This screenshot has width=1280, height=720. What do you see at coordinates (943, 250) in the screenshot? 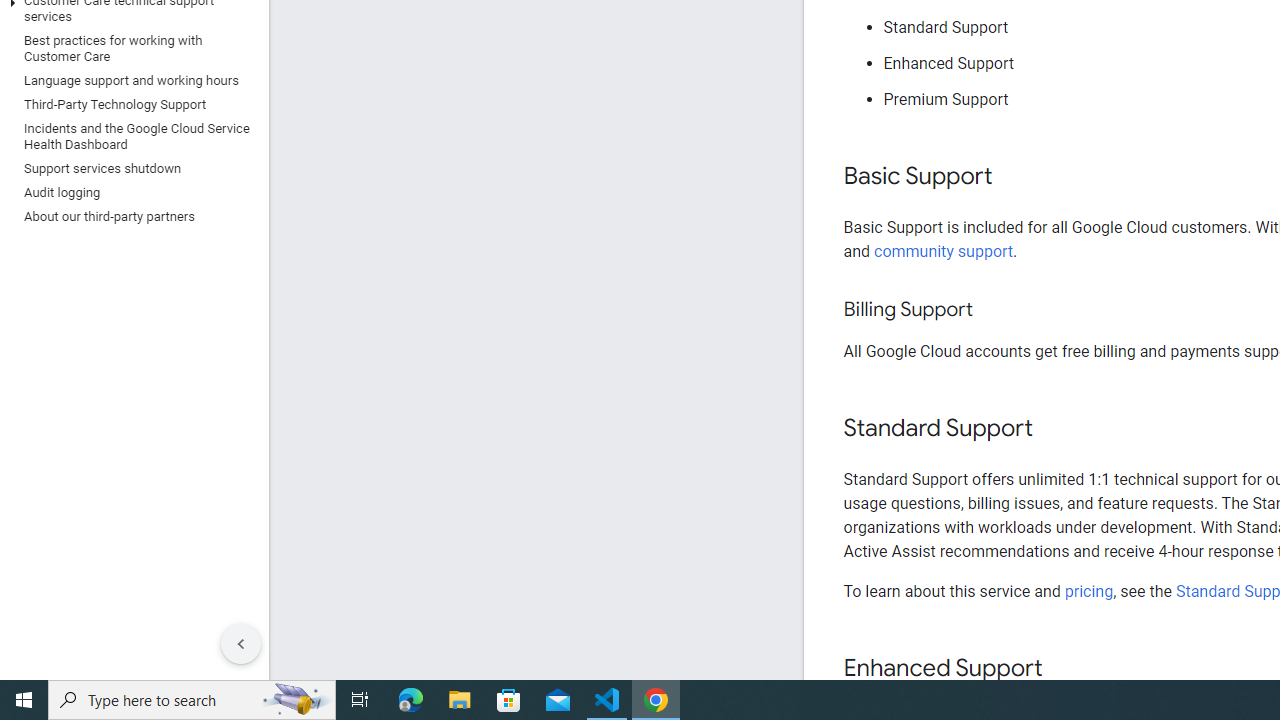
I see `'community support'` at bounding box center [943, 250].